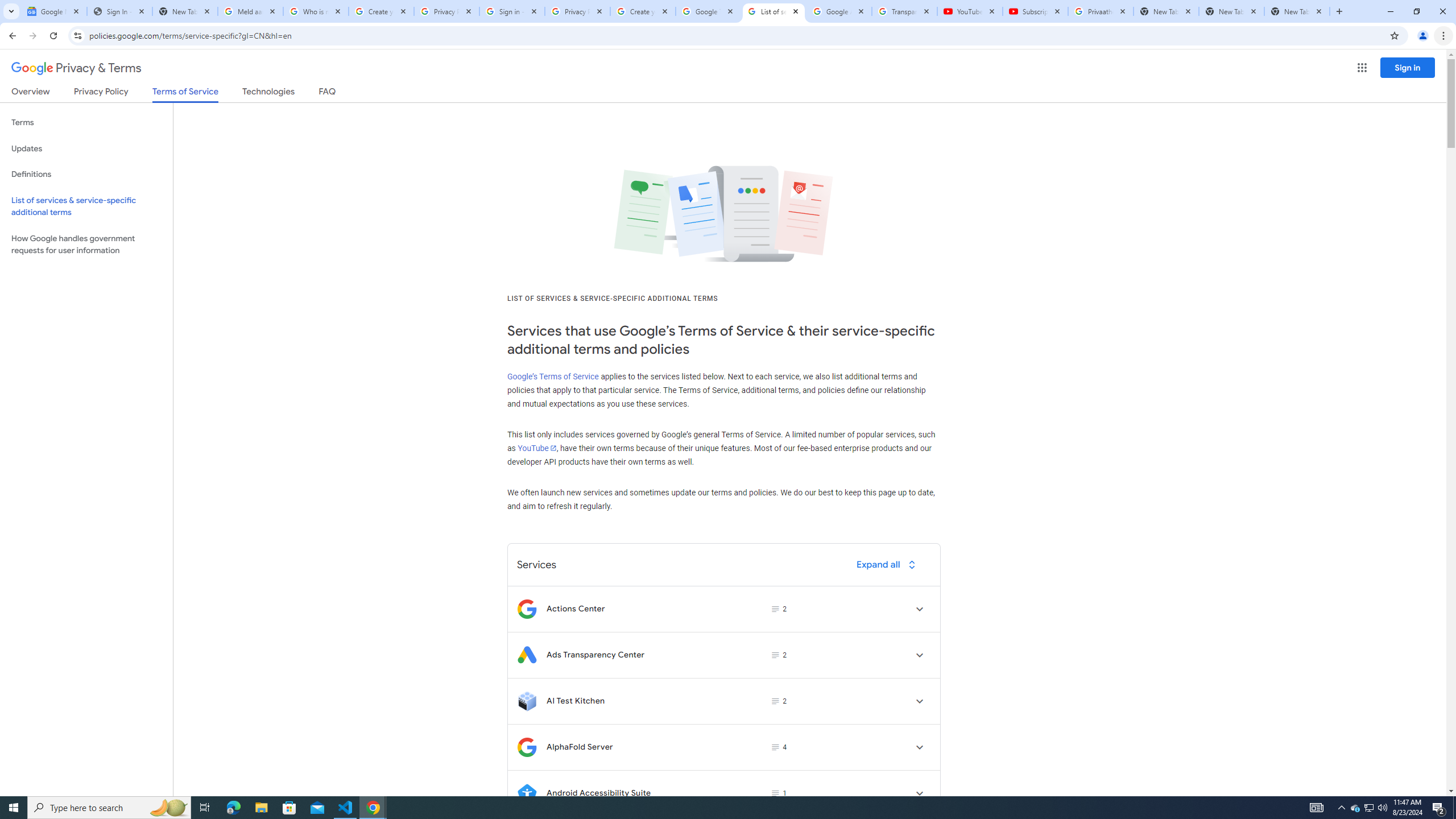  What do you see at coordinates (268, 93) in the screenshot?
I see `'Technologies'` at bounding box center [268, 93].